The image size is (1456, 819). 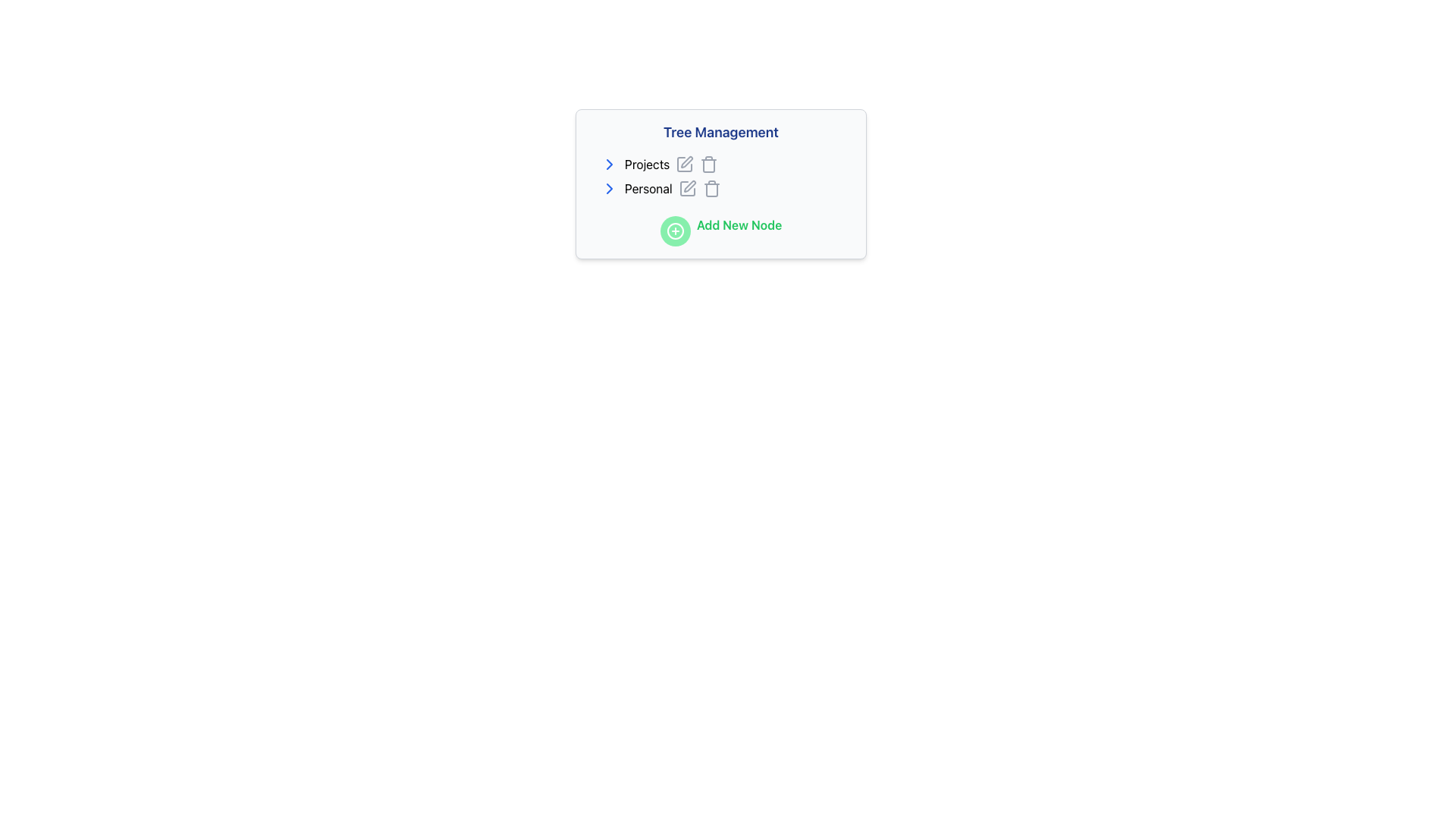 What do you see at coordinates (696, 164) in the screenshot?
I see `the edit button in the grouping of action icons located in the 'Projects' section to initiate edit functionality` at bounding box center [696, 164].